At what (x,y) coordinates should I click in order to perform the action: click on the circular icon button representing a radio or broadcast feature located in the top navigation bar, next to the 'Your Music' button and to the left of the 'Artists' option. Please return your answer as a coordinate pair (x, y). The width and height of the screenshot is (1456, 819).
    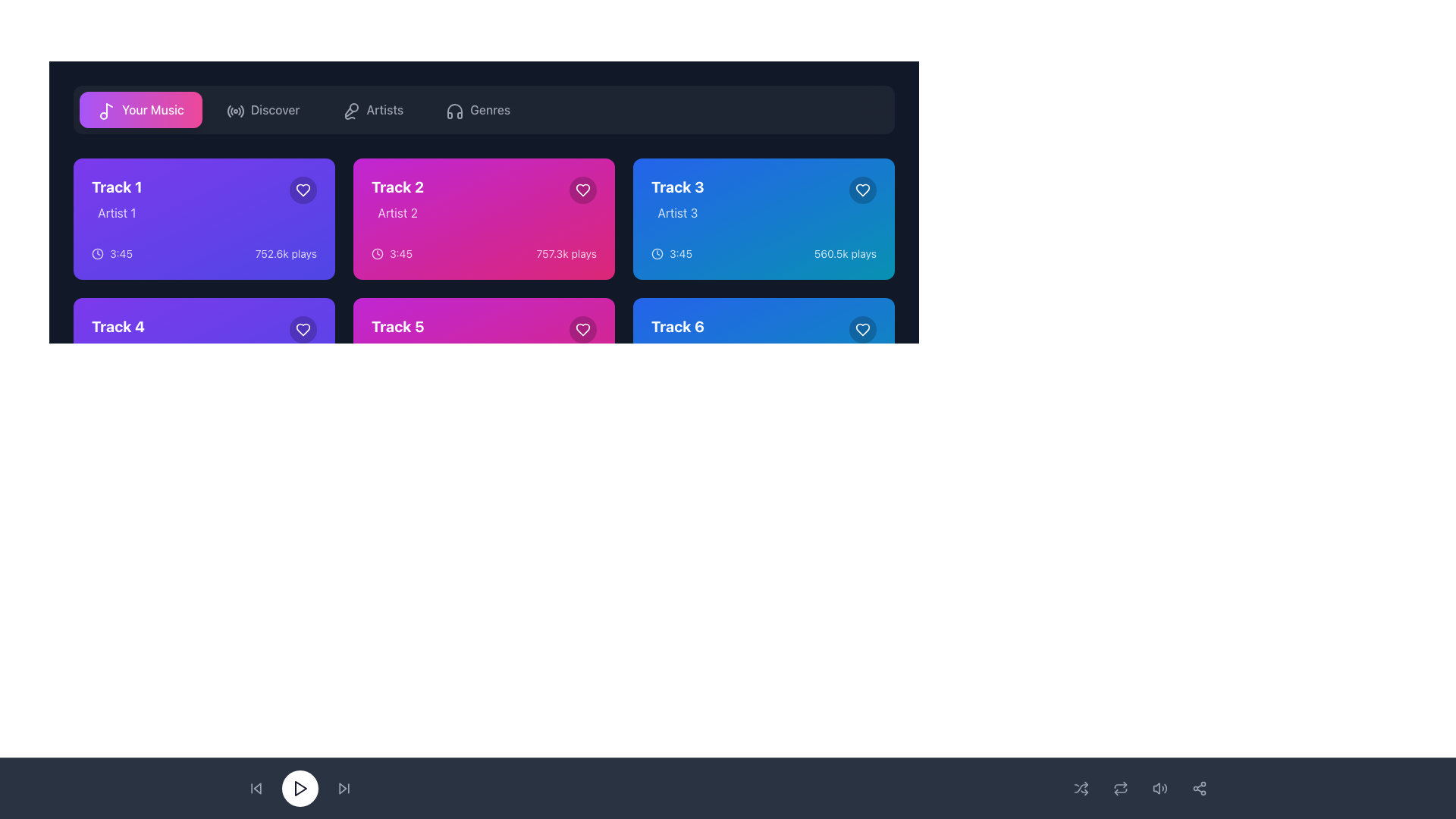
    Looking at the image, I should click on (234, 110).